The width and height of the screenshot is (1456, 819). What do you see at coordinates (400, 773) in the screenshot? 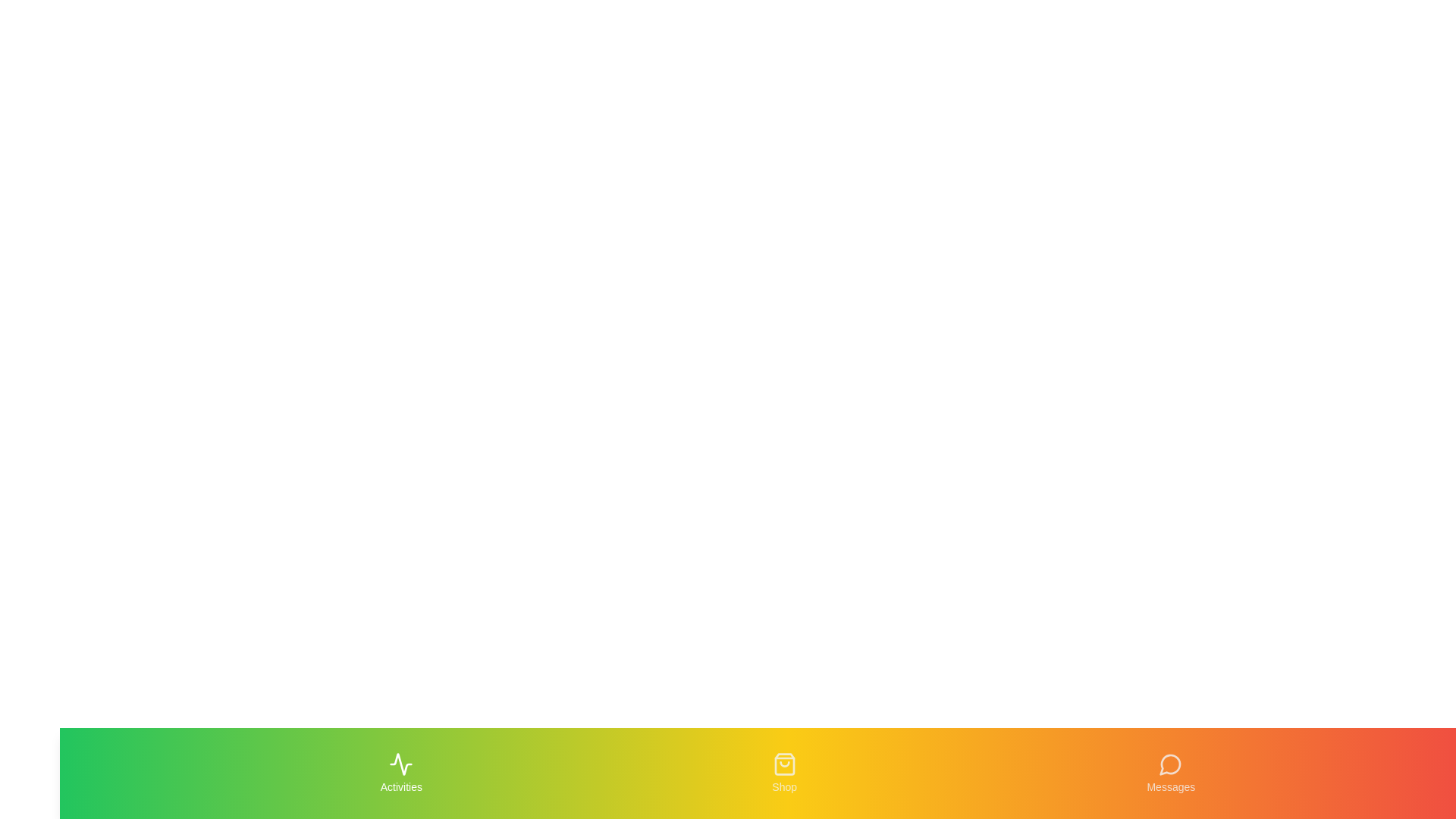
I see `the Activities tab to view its hover effect` at bounding box center [400, 773].